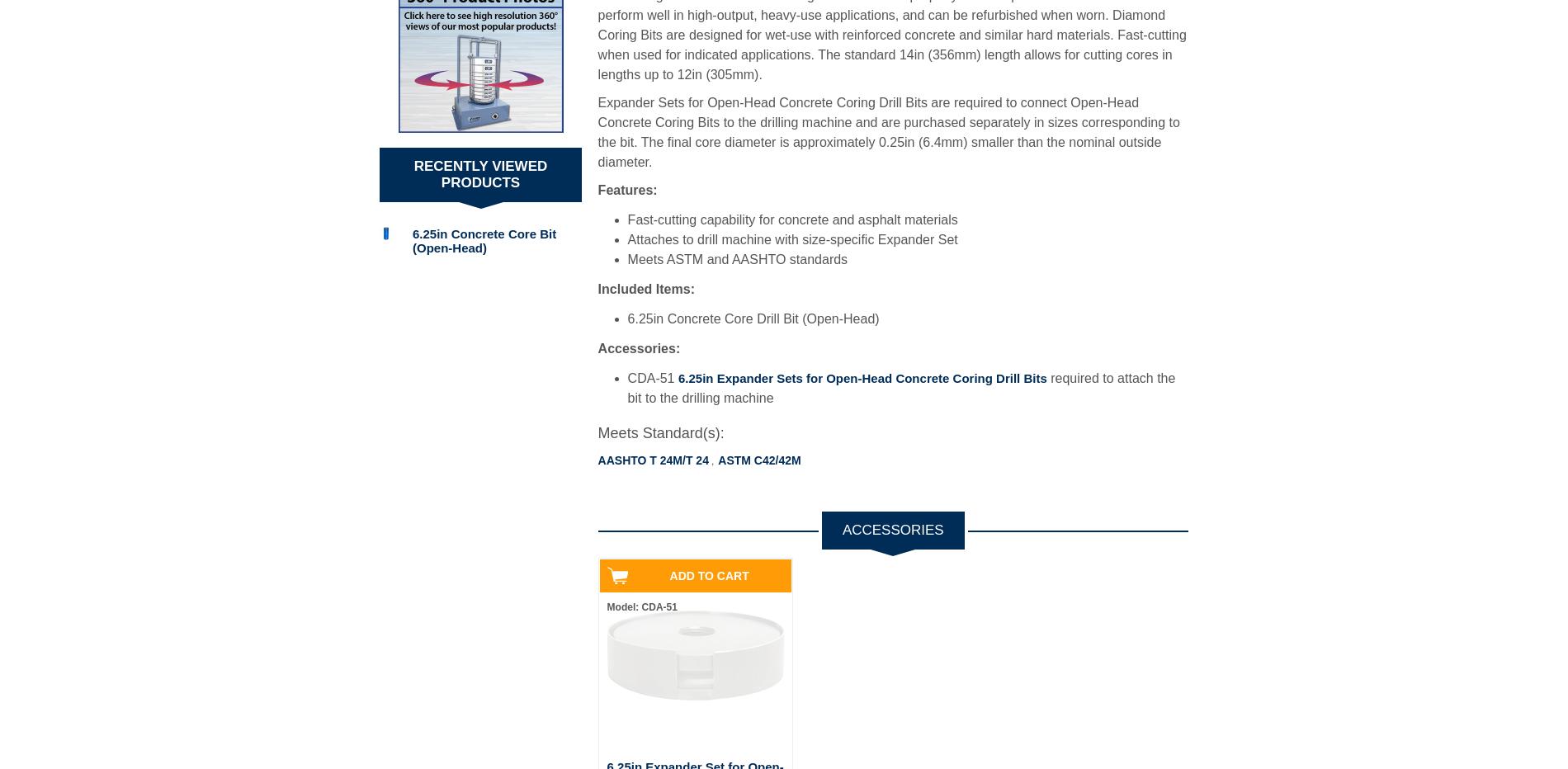 The height and width of the screenshot is (769, 1568). I want to click on 'ASTM C42/42M', so click(758, 460).